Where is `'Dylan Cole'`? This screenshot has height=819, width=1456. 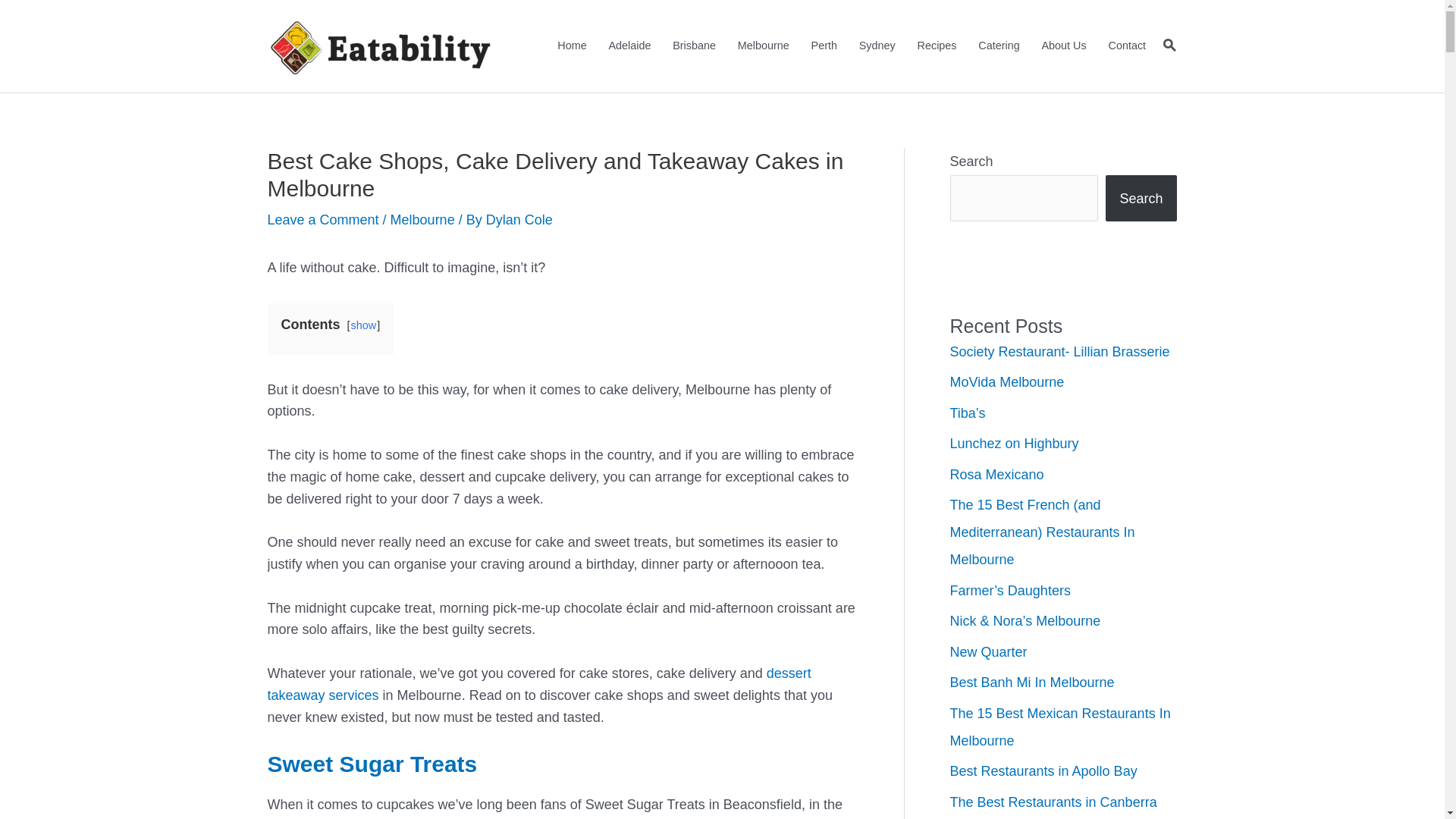
'Dylan Cole' is located at coordinates (519, 219).